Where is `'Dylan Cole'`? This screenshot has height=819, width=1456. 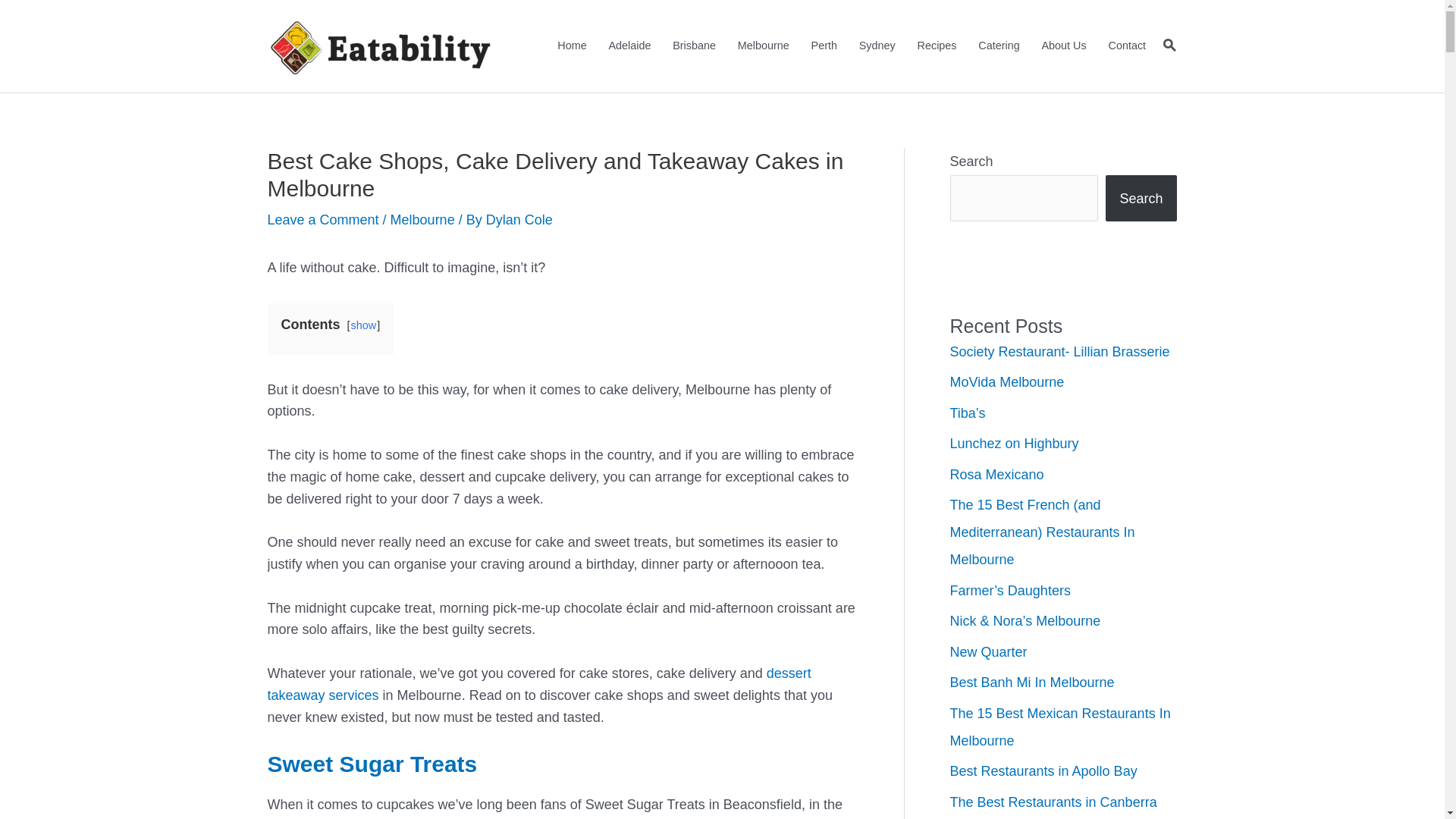
'Dylan Cole' is located at coordinates (519, 219).